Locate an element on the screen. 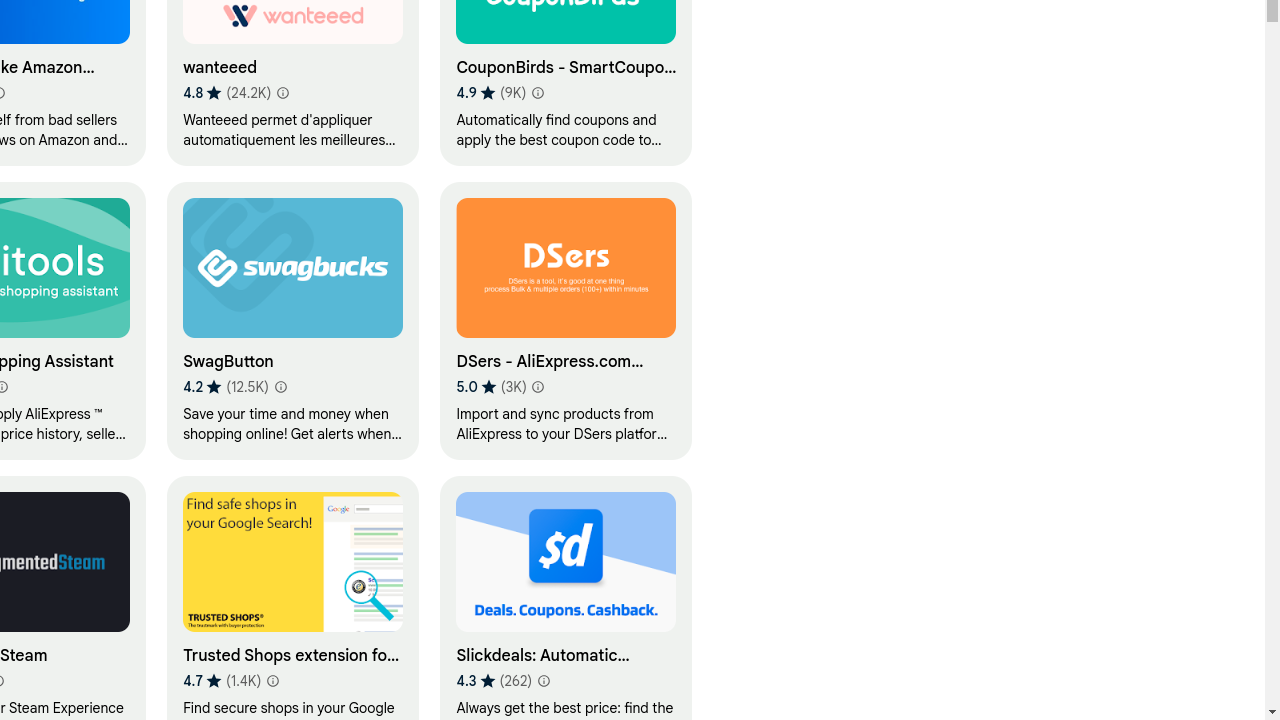 The image size is (1280, 720). 'Learn more about results and reviews "wanteeed"' is located at coordinates (281, 93).